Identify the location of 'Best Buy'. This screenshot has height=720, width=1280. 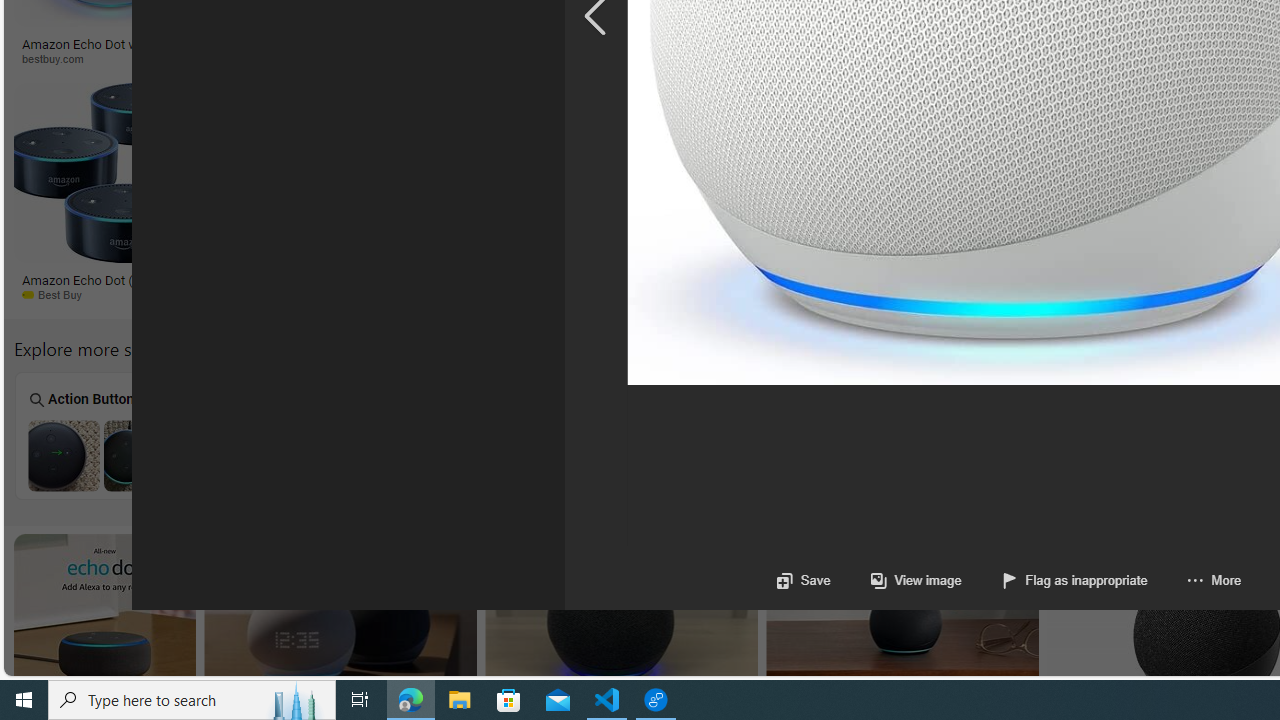
(59, 294).